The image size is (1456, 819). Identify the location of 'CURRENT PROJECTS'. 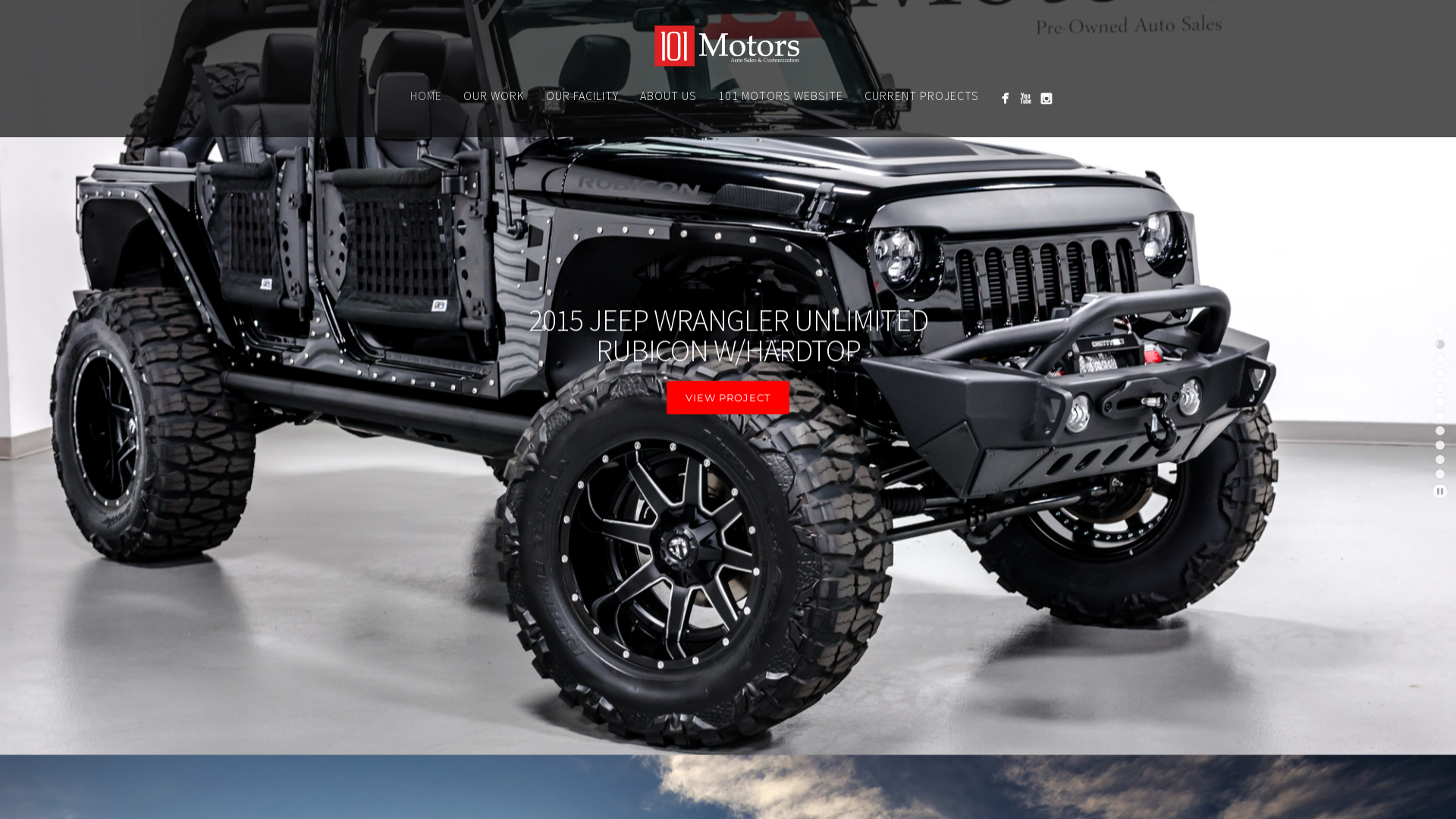
(921, 96).